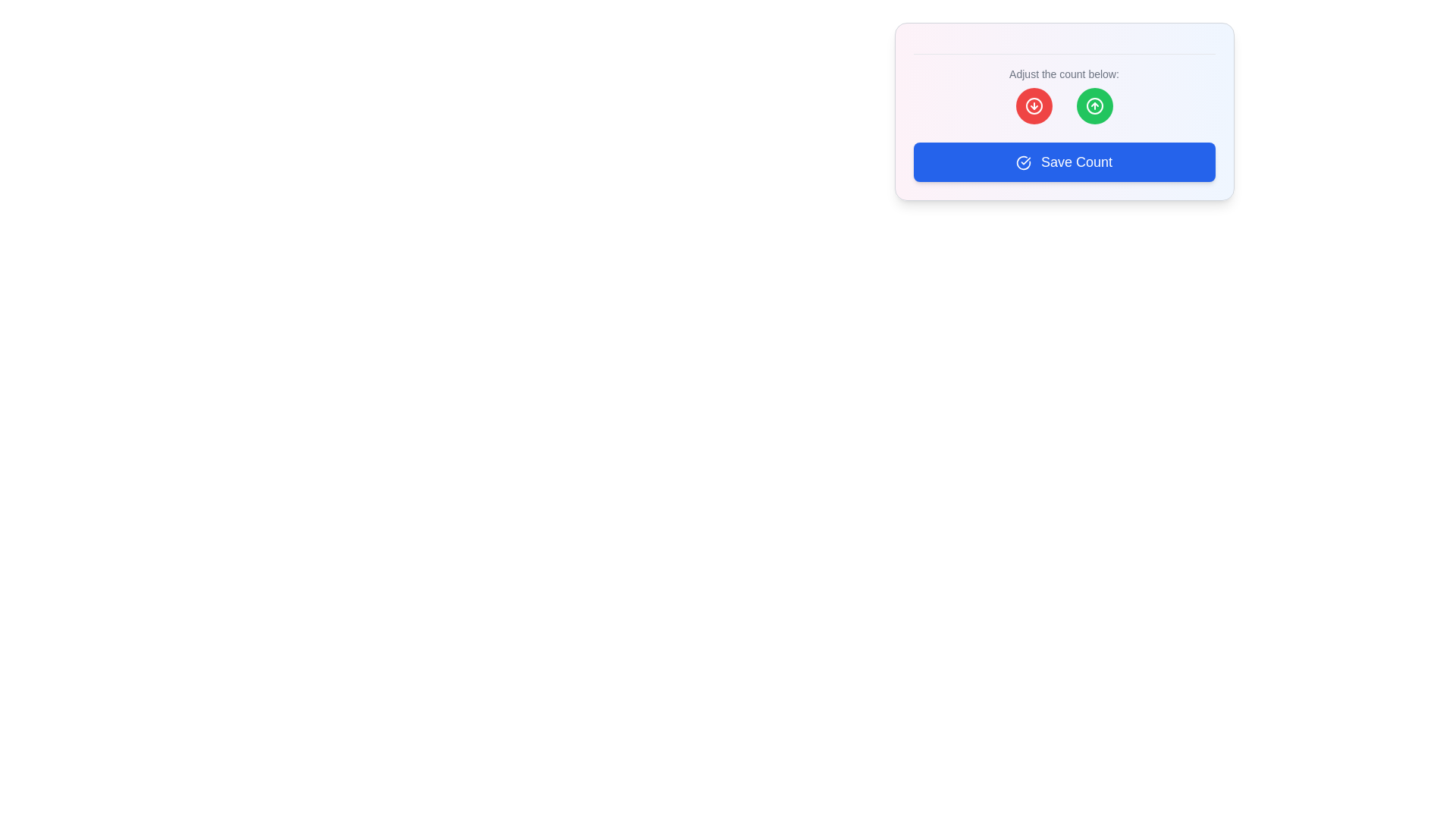  Describe the element at coordinates (1023, 163) in the screenshot. I see `the confirmation icon within the 'Save Count' button, located slightly to the left of the button's text` at that location.